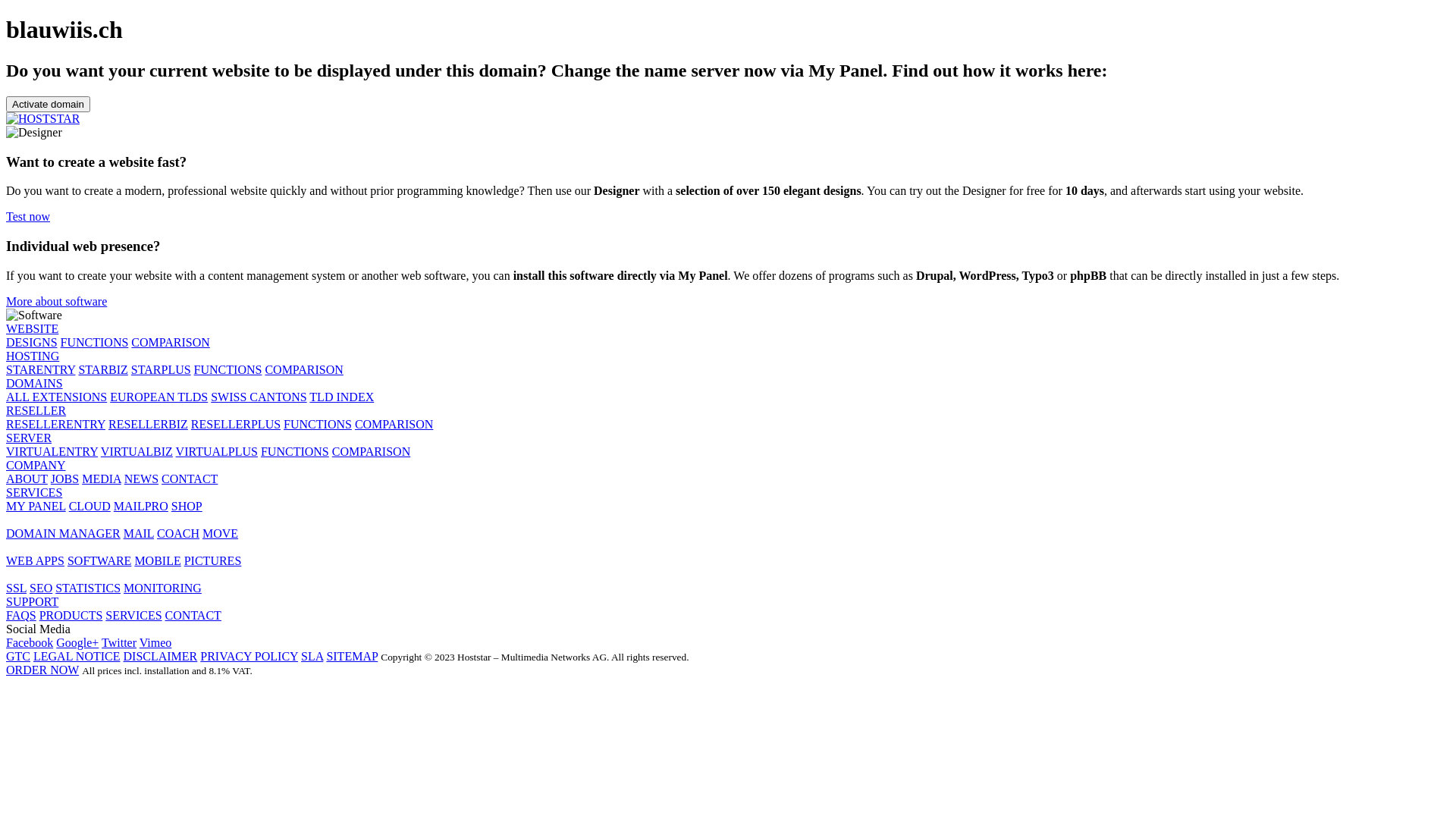 The height and width of the screenshot is (819, 1456). What do you see at coordinates (48, 102) in the screenshot?
I see `'Activate domain'` at bounding box center [48, 102].